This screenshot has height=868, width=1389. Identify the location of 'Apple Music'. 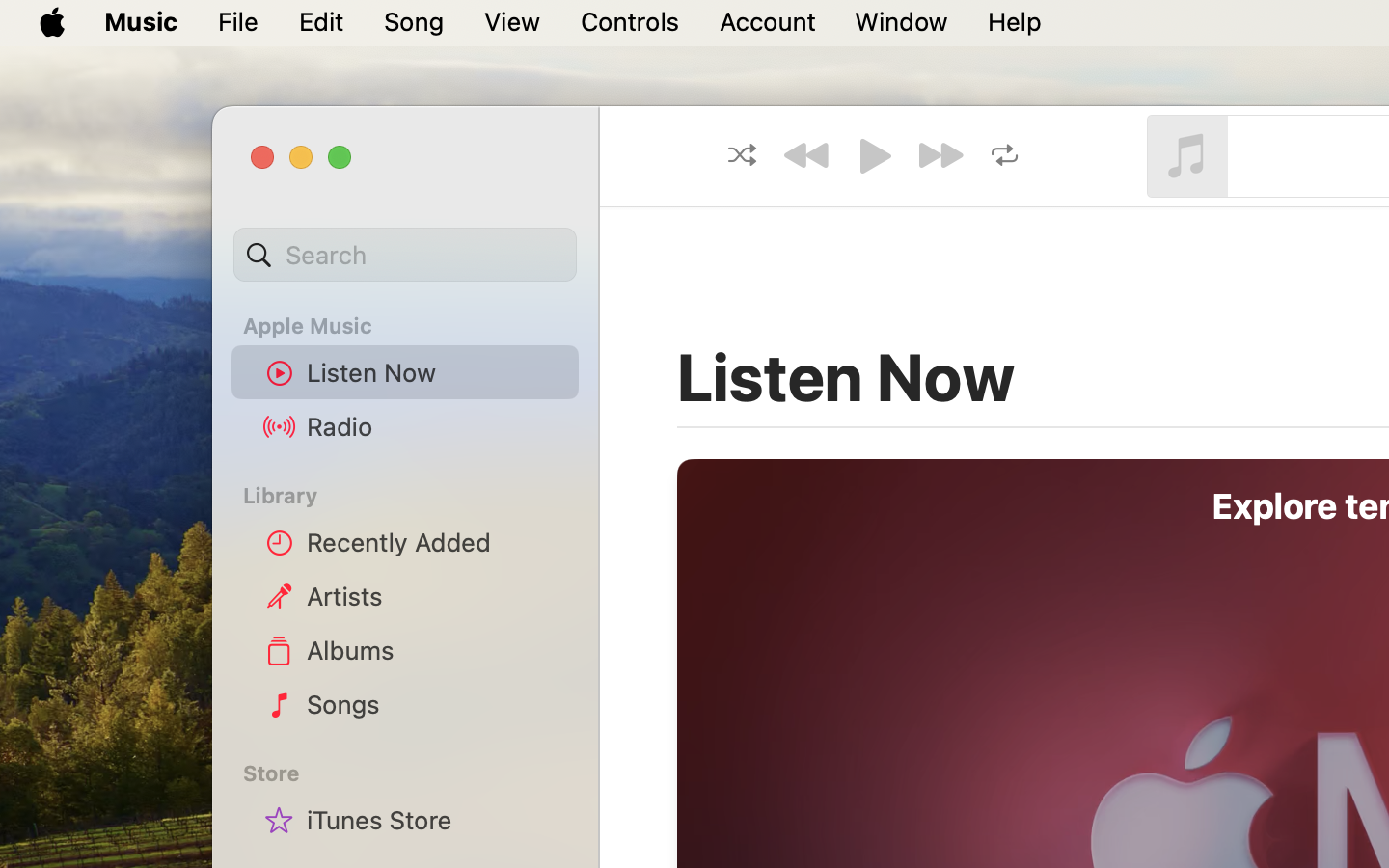
(417, 326).